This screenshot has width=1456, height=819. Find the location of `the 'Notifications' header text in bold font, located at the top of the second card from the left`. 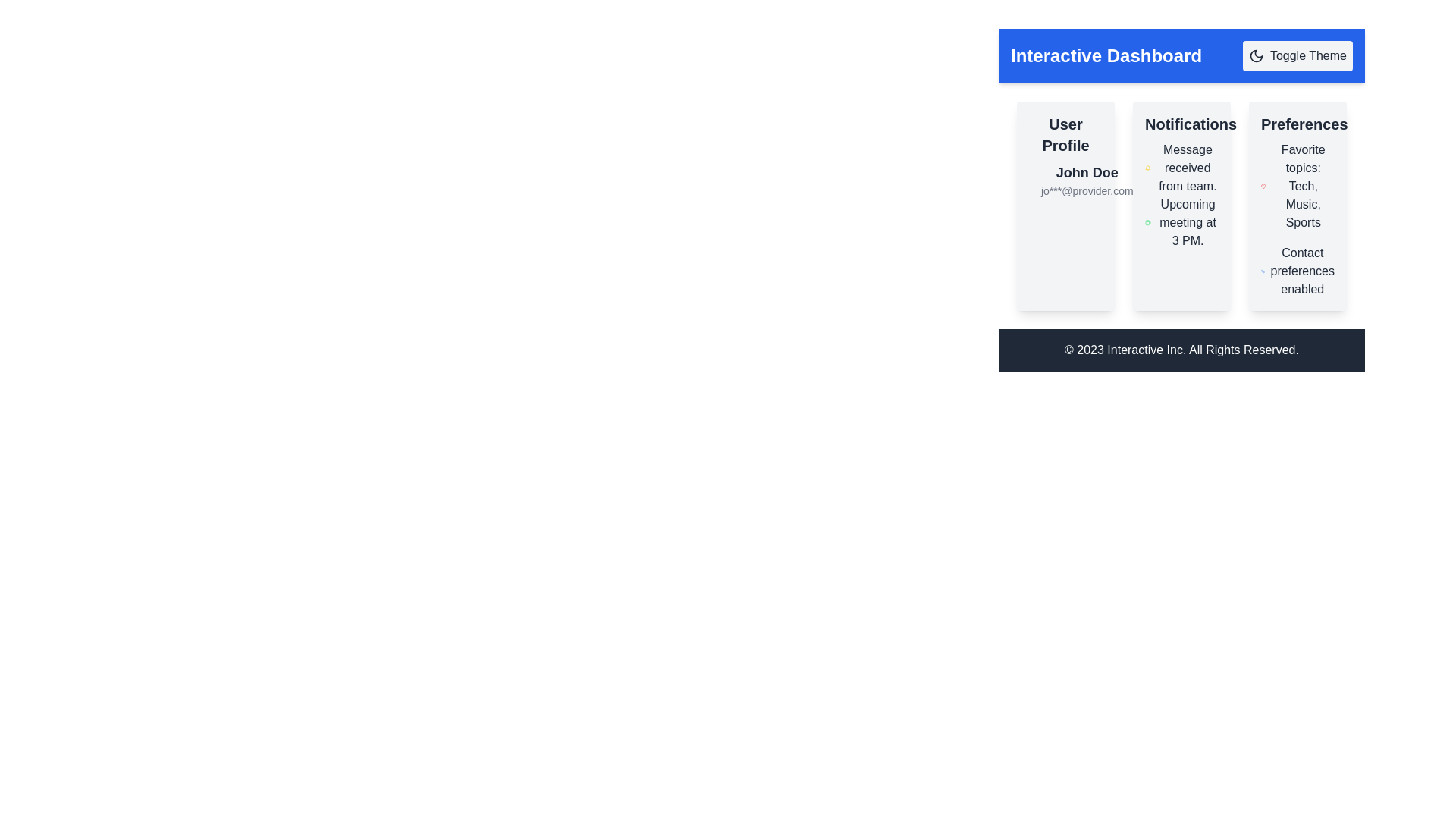

the 'Notifications' header text in bold font, located at the top of the second card from the left is located at coordinates (1181, 124).